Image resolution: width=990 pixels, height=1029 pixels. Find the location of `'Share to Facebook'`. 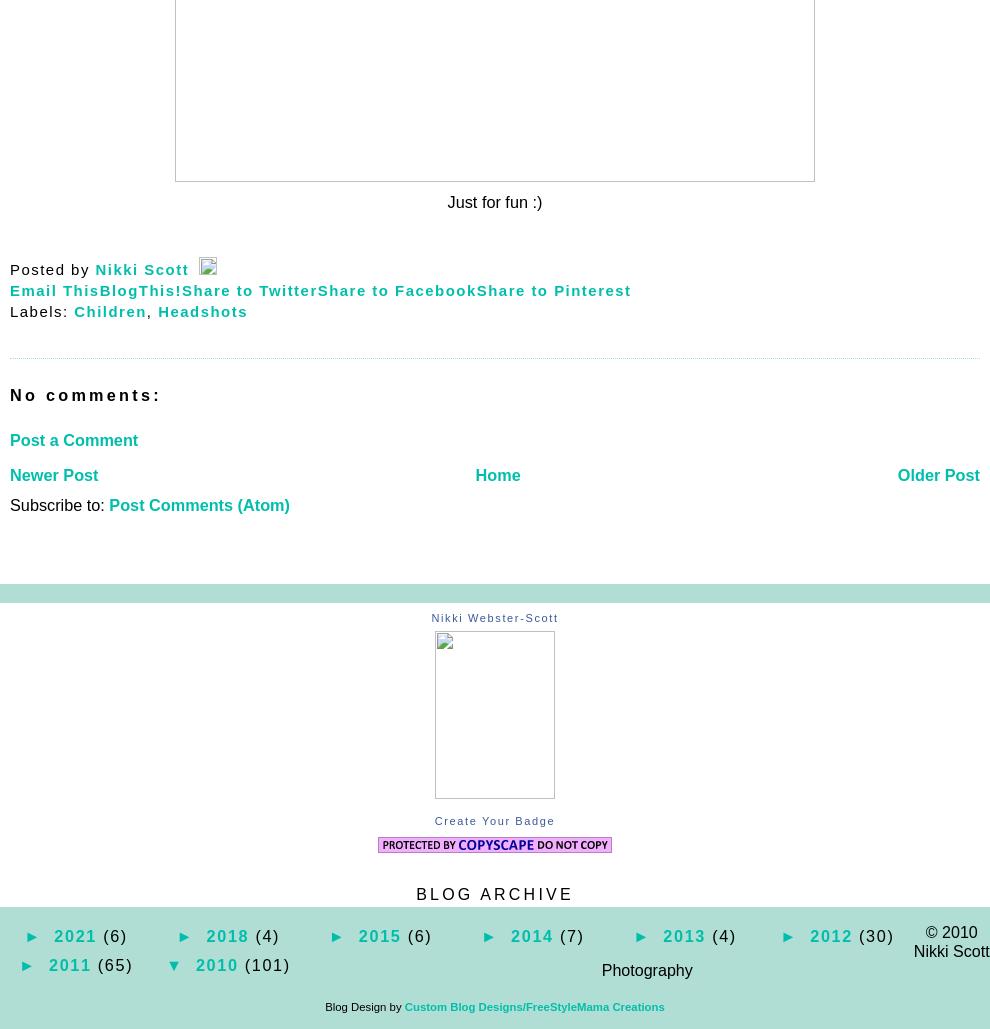

'Share to Facebook' is located at coordinates (396, 288).